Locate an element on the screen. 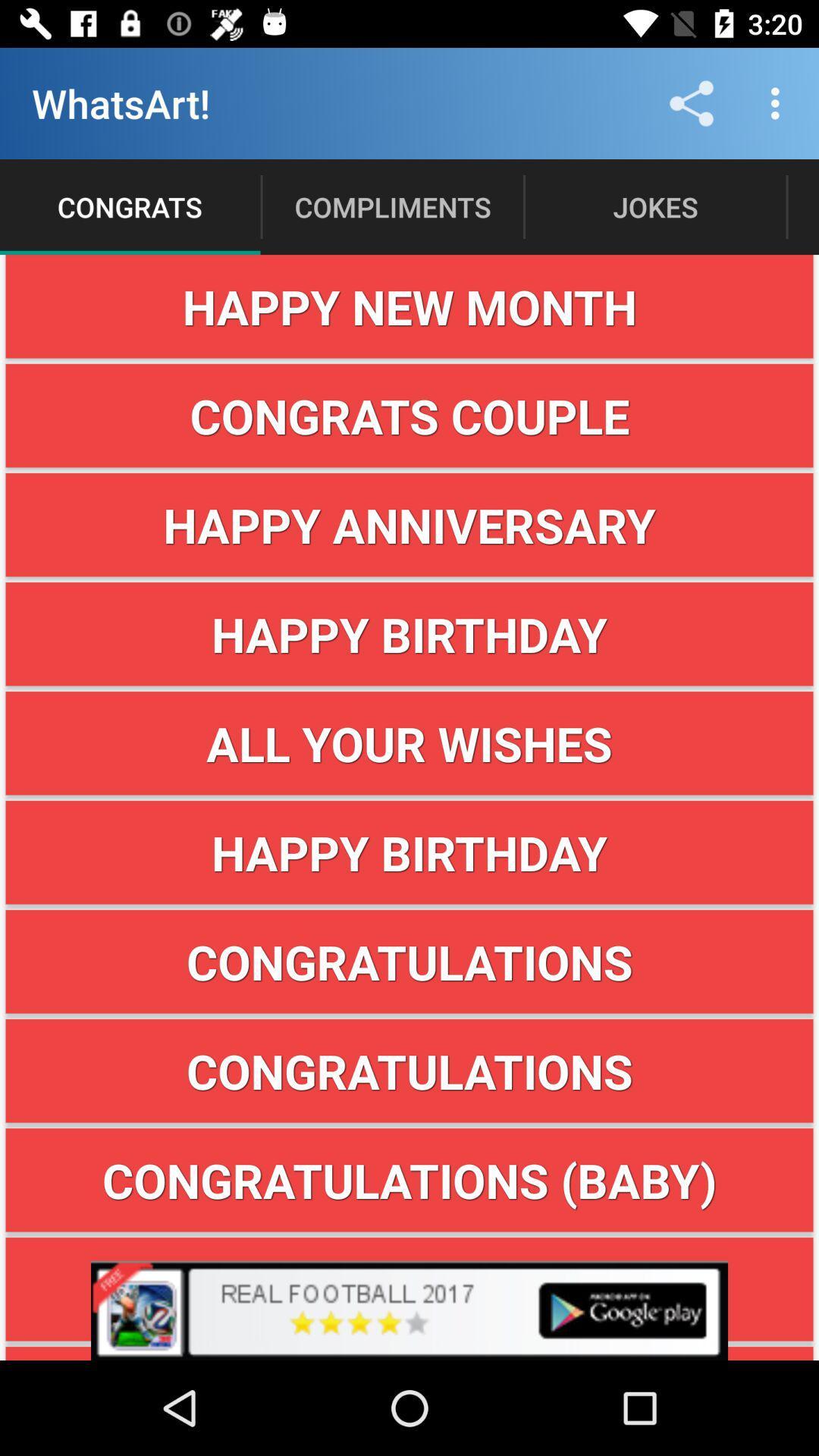 Image resolution: width=819 pixels, height=1456 pixels. the wow is located at coordinates (409, 1288).